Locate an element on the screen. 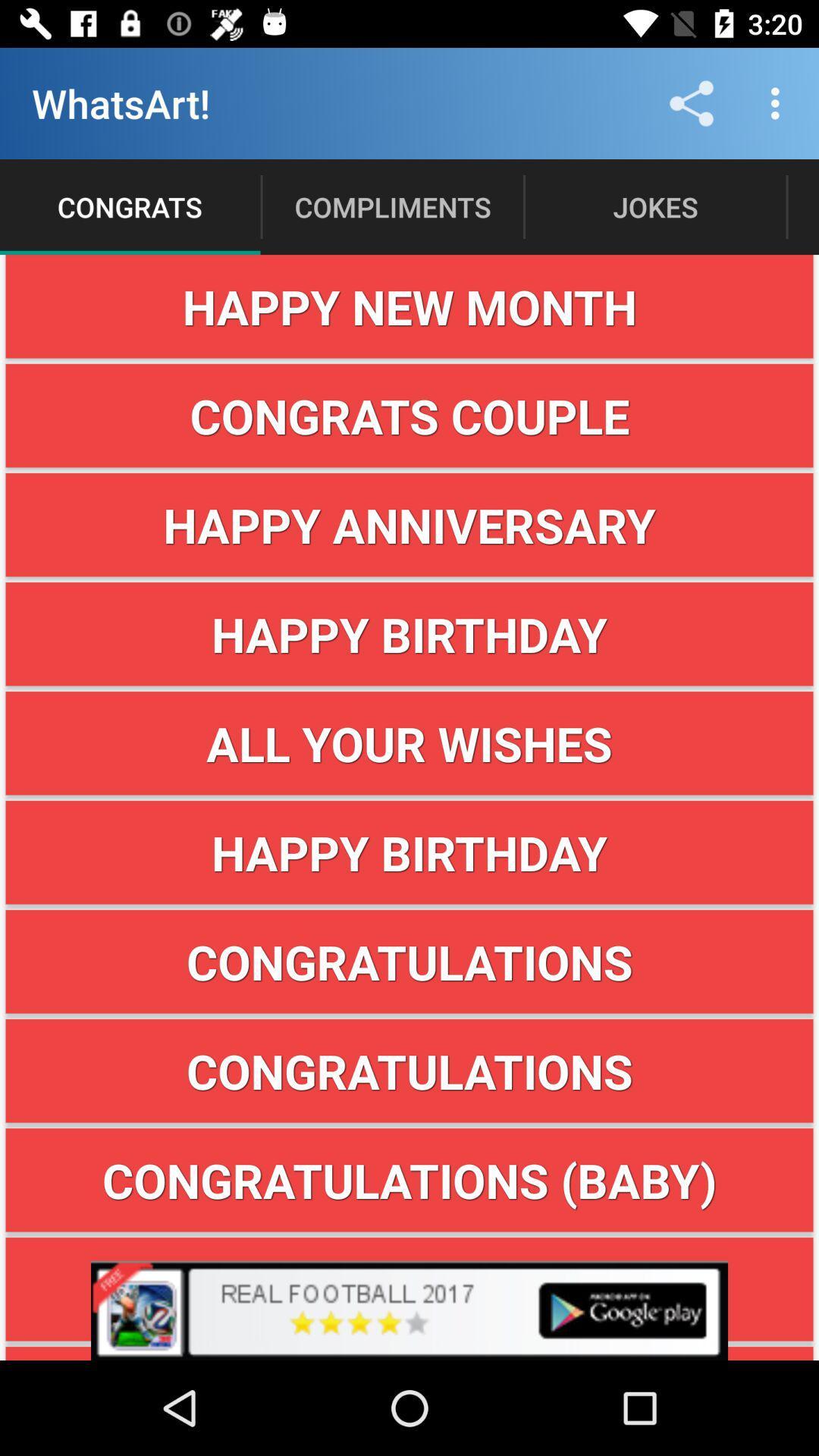 Image resolution: width=819 pixels, height=1456 pixels. the wow is located at coordinates (409, 1288).